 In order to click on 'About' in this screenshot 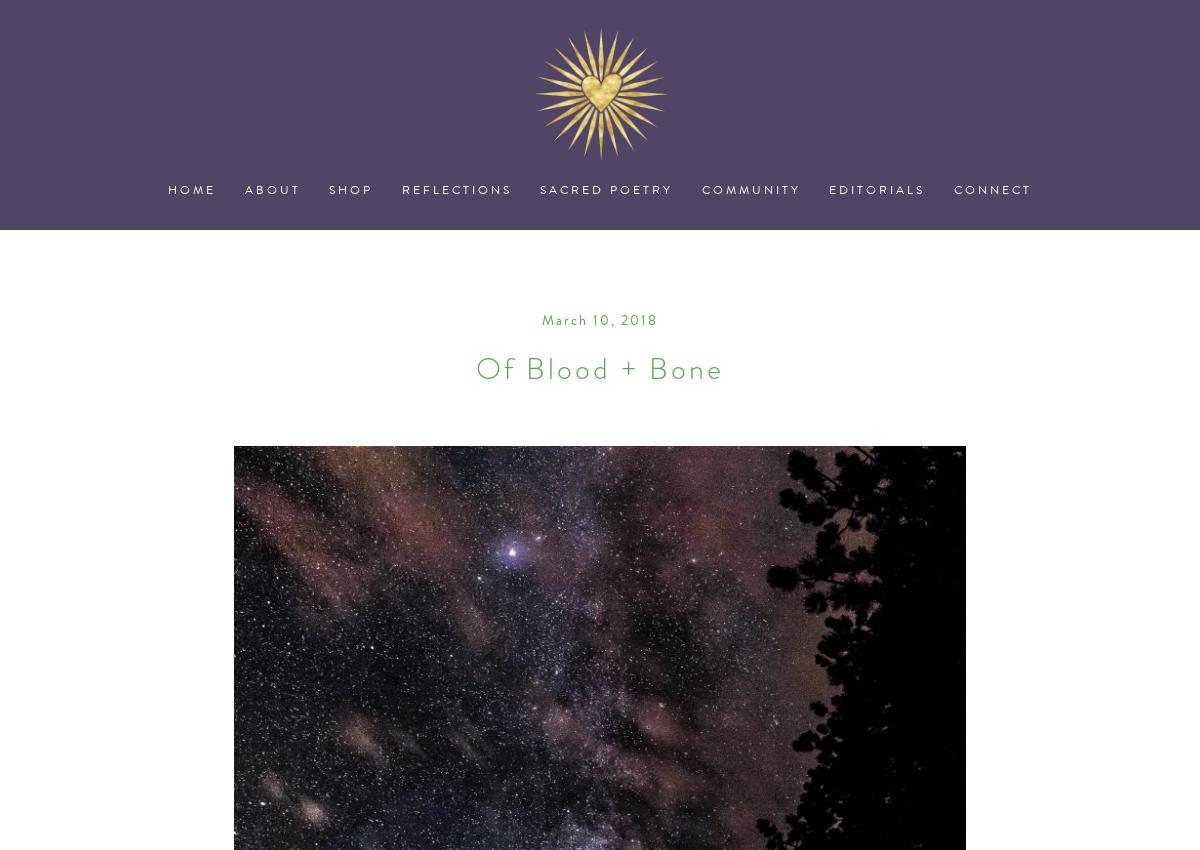, I will do `click(271, 188)`.